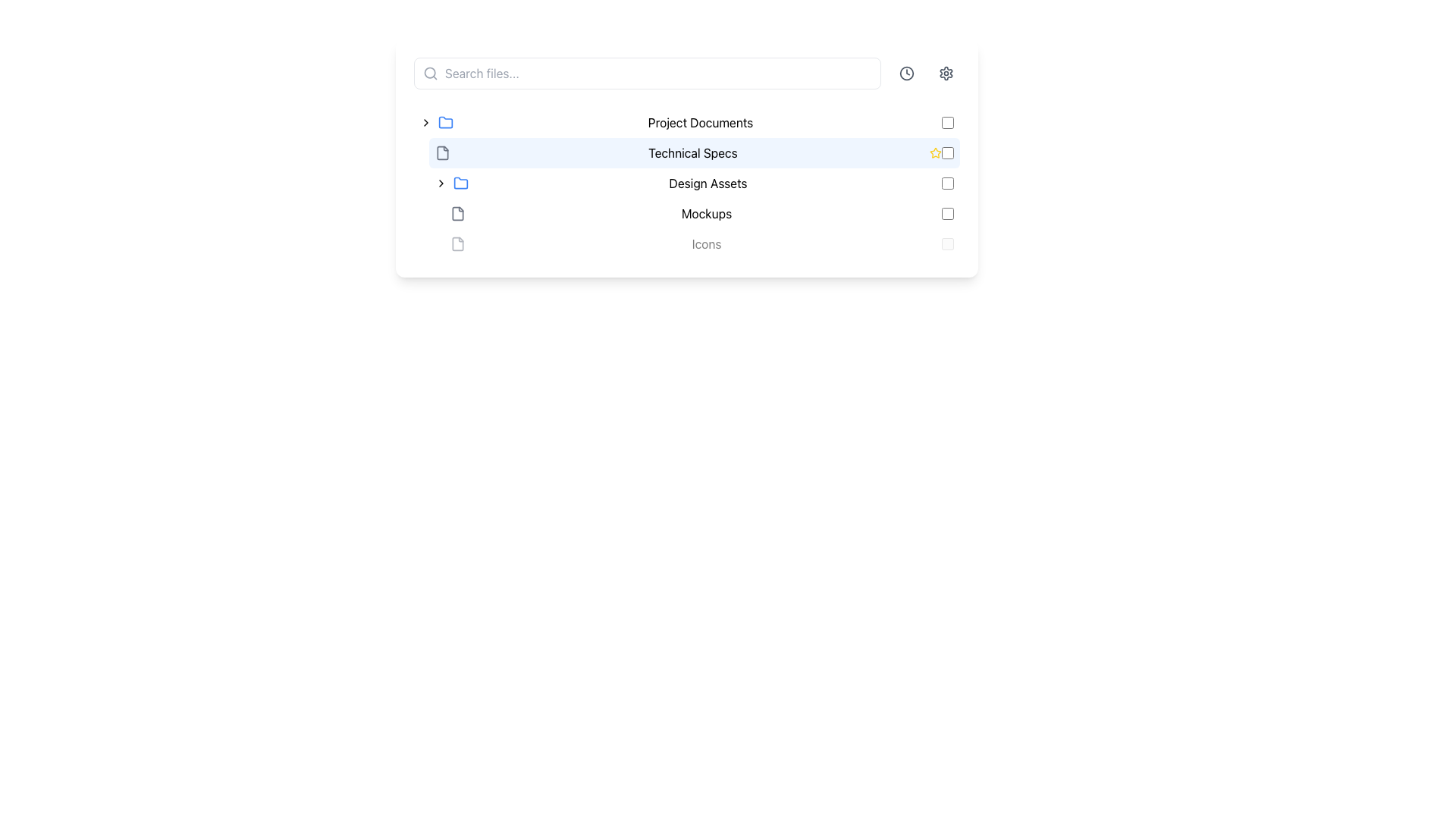 The width and height of the screenshot is (1456, 819). I want to click on the blue folder icon in the file manager interface, located near the 'Technical Specs' row, so click(460, 181).